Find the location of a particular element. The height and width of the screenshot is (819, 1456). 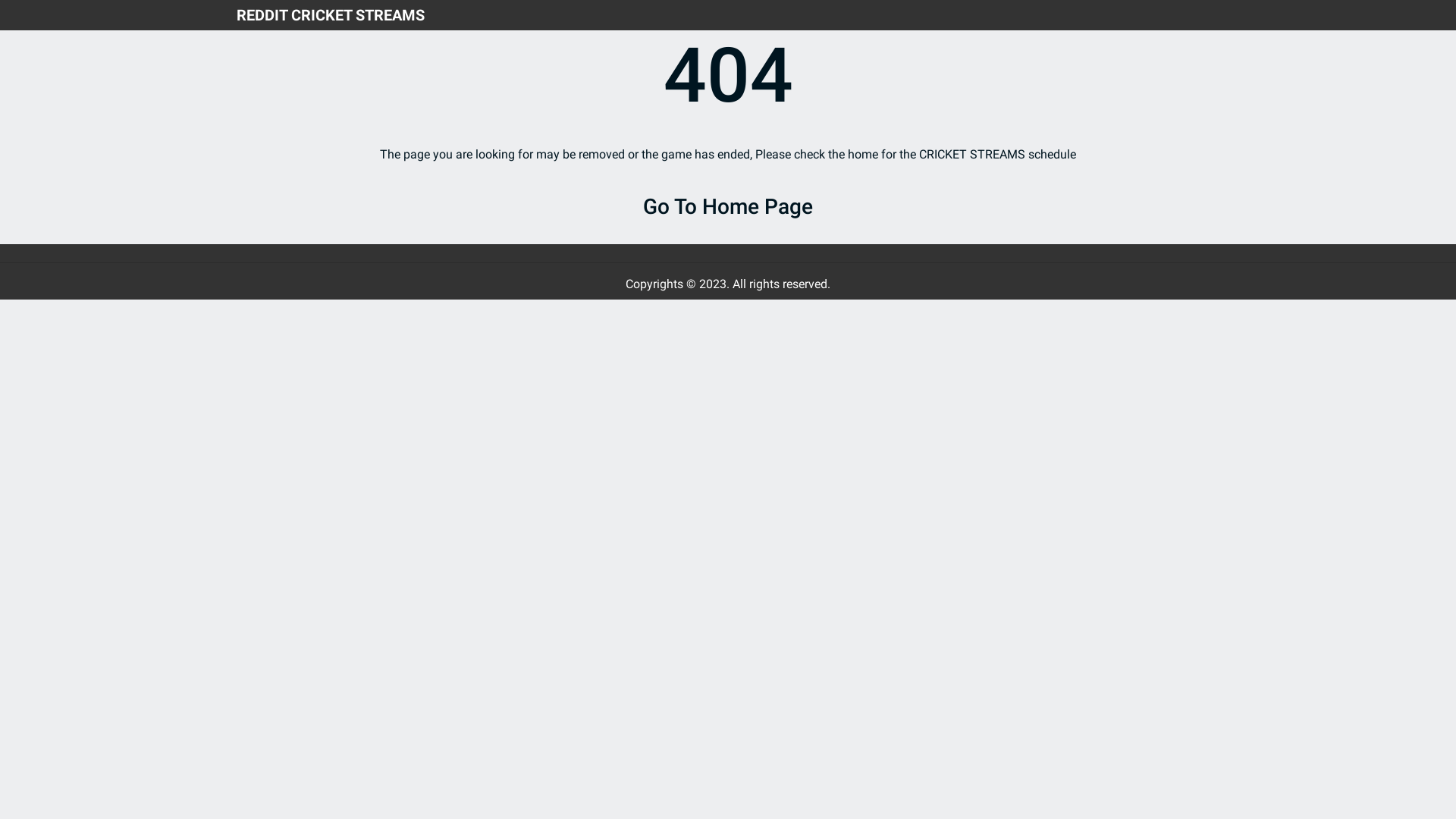

'REDDIT CRICKET STREAMS' is located at coordinates (330, 14).